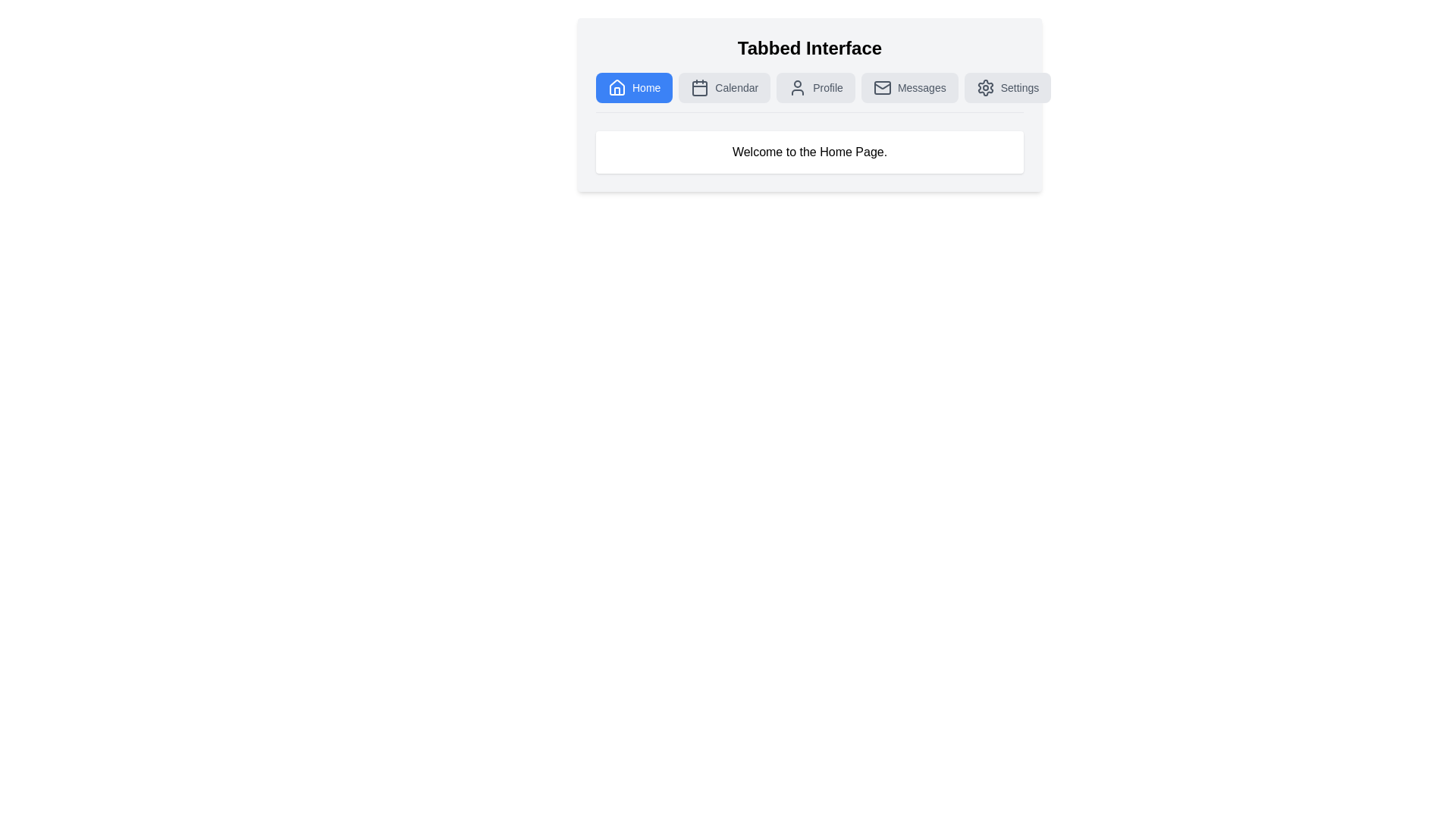 This screenshot has width=1456, height=819. I want to click on the tabs in the Tab navigation interface, which includes 'Home', 'Calendar', 'Profile', 'Messages', and 'Settings', so click(809, 104).